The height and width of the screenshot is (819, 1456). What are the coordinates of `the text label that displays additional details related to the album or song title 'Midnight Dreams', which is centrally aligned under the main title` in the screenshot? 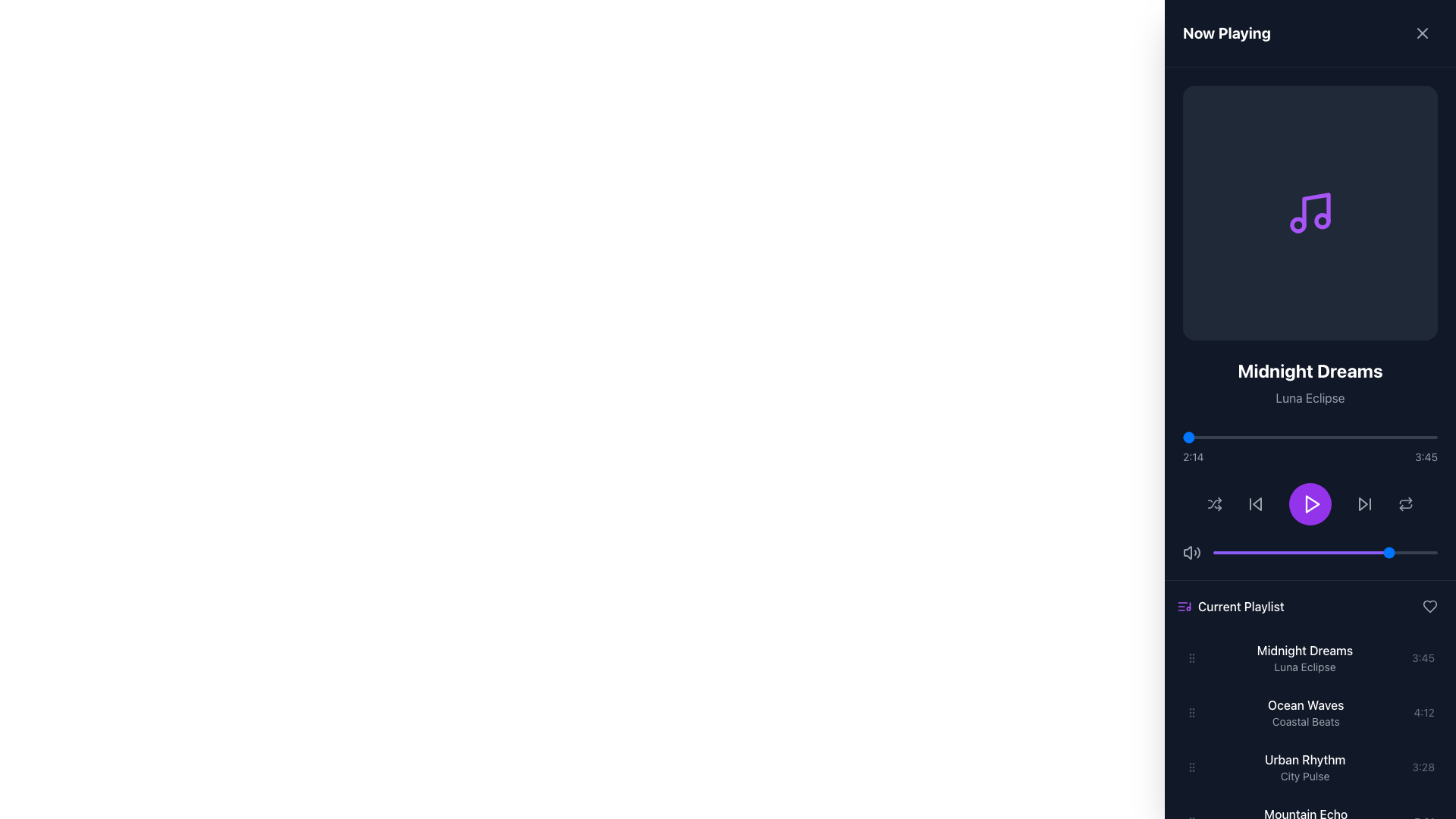 It's located at (1310, 397).